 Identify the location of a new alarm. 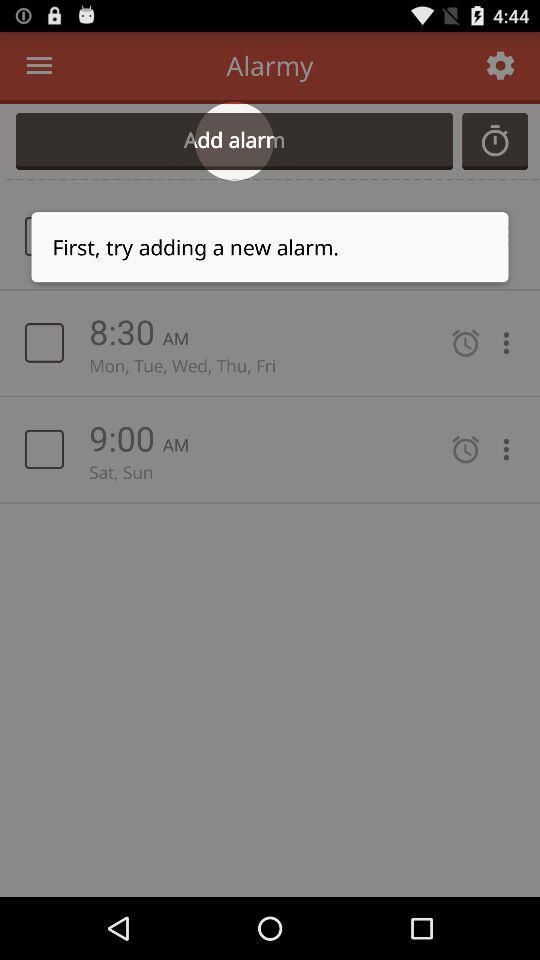
(494, 140).